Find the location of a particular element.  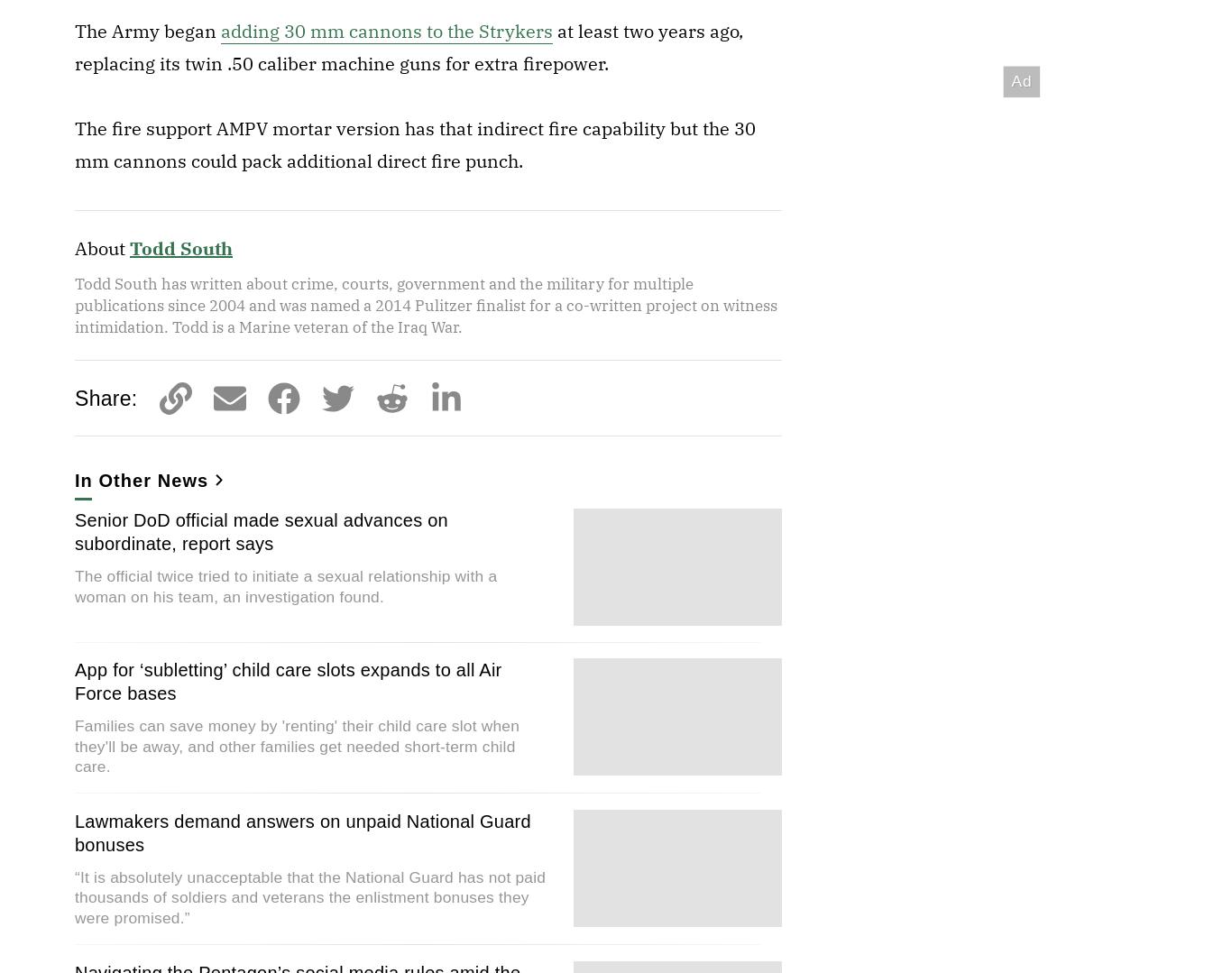

'Todd South' is located at coordinates (179, 248).